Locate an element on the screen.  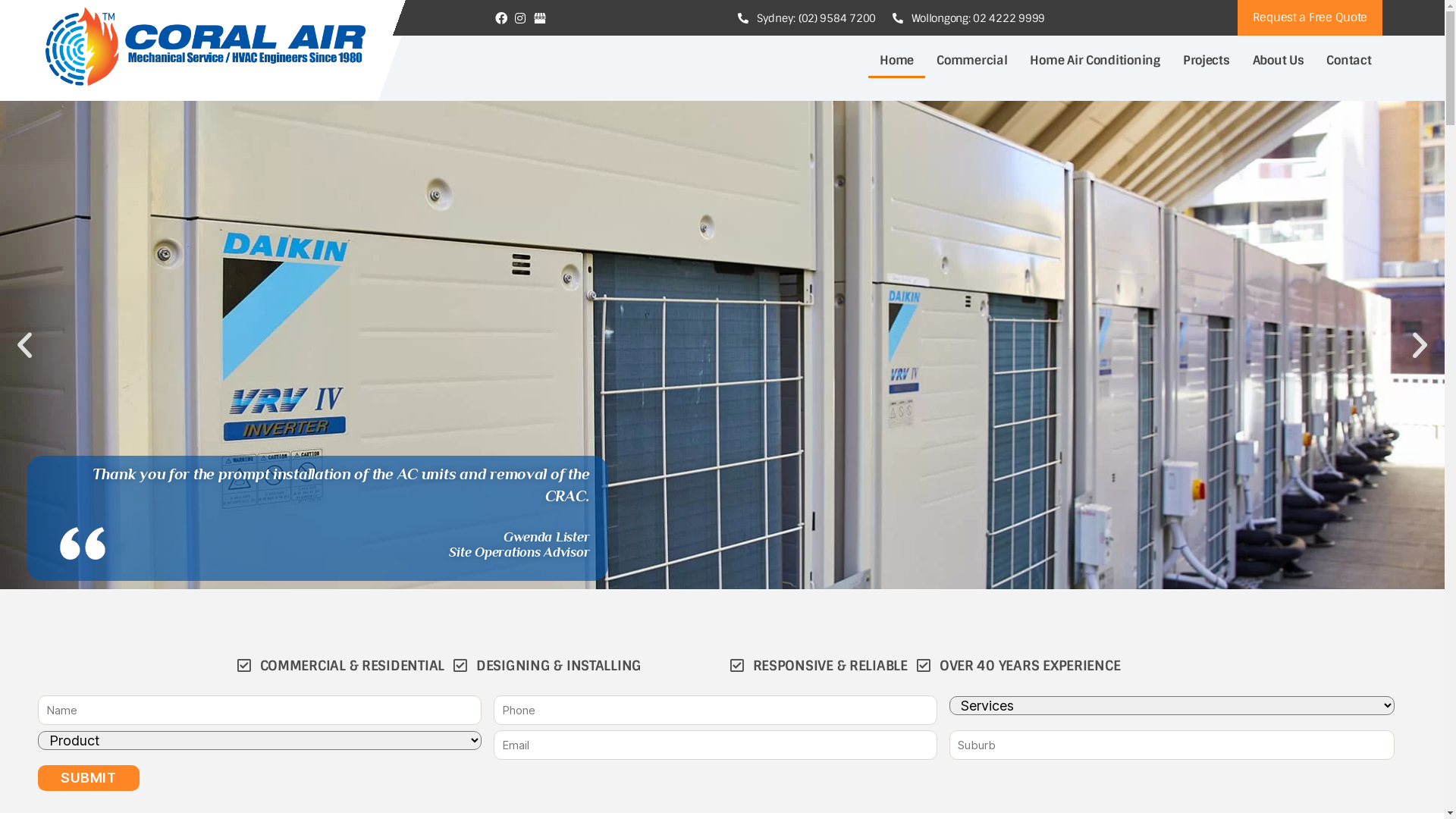
'Submit' is located at coordinates (87, 778).